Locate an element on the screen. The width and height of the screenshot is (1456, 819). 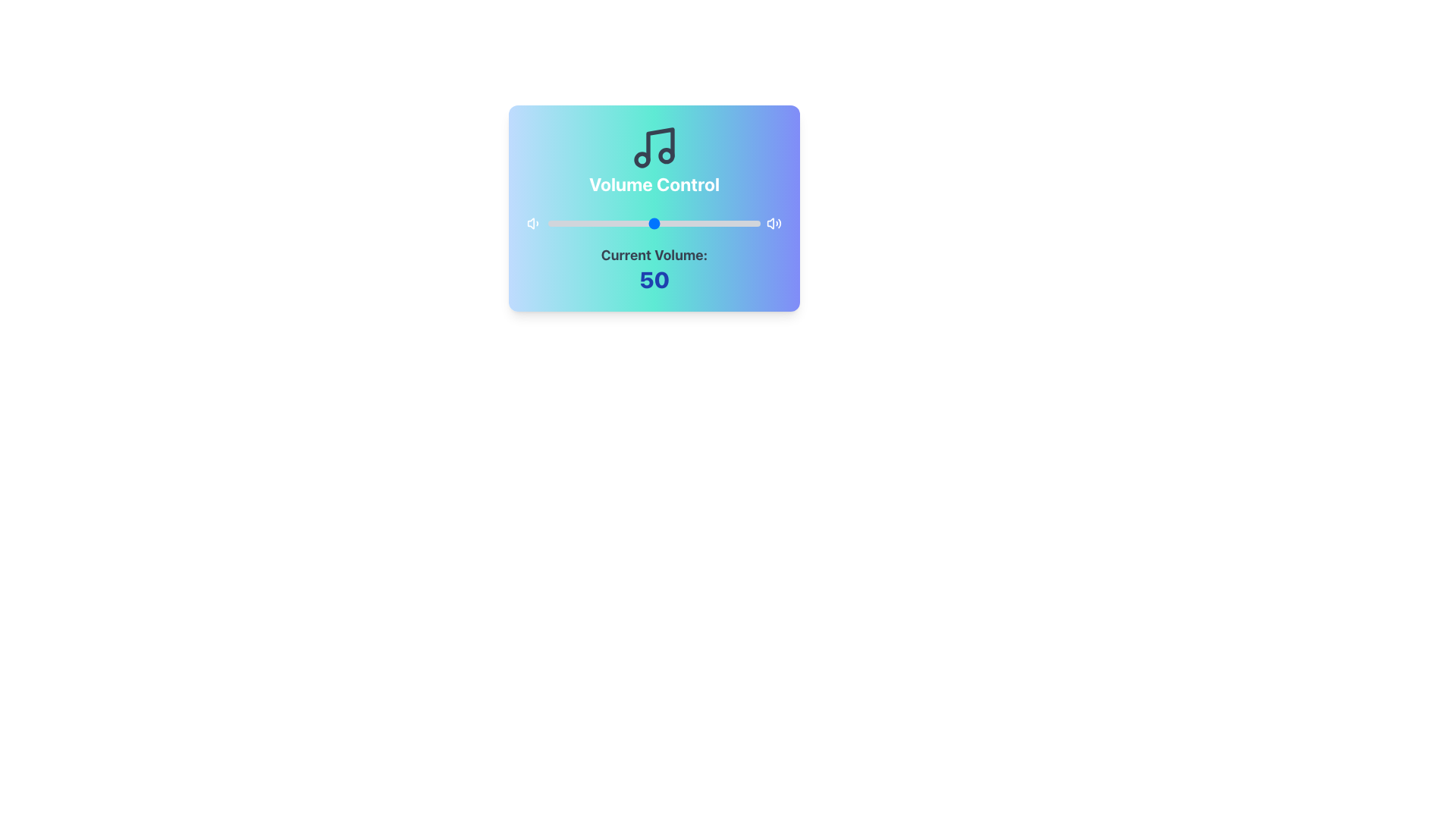
the volume is located at coordinates (756, 223).